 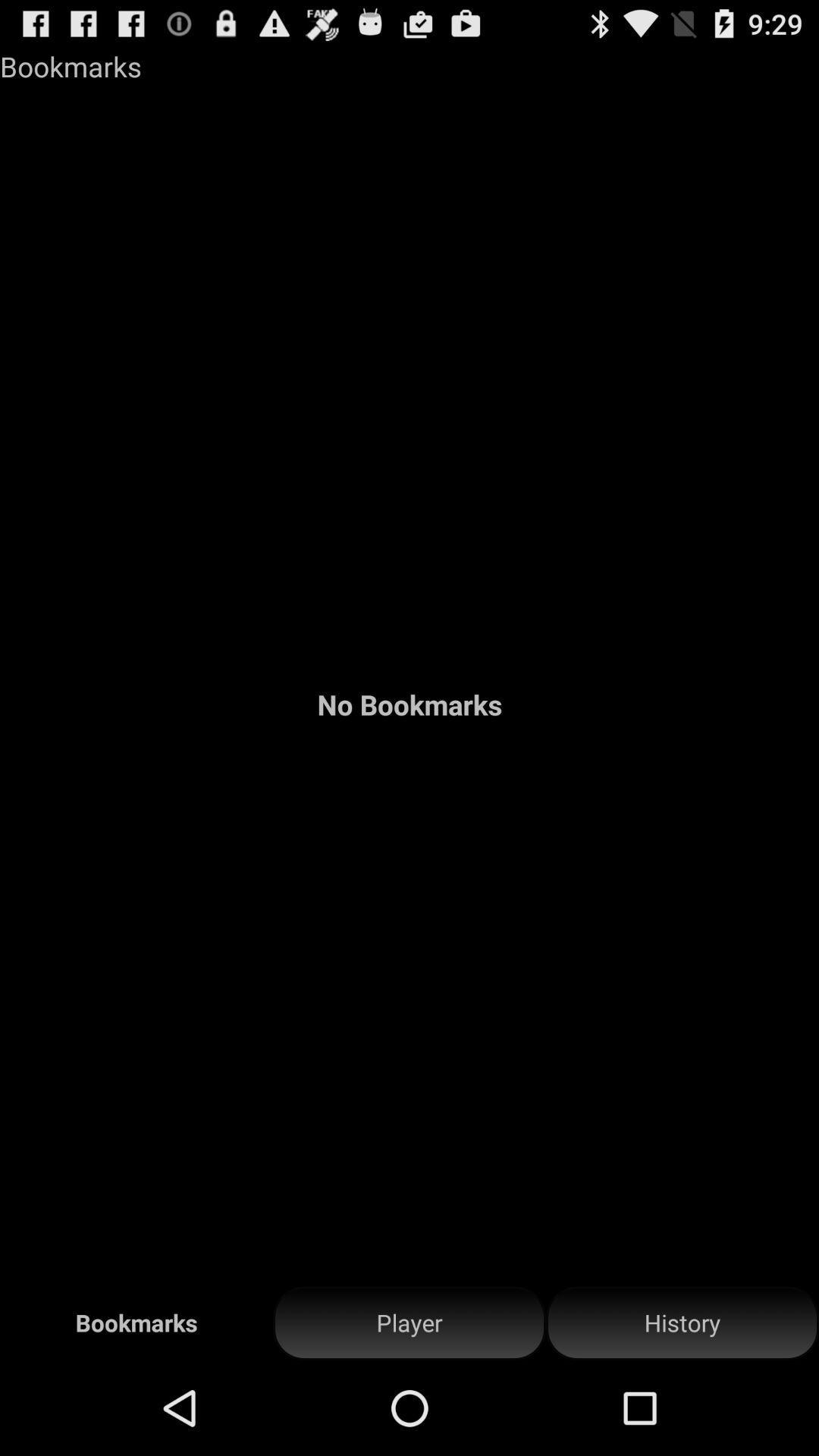 What do you see at coordinates (409, 1323) in the screenshot?
I see `icon below the no bookmarks` at bounding box center [409, 1323].